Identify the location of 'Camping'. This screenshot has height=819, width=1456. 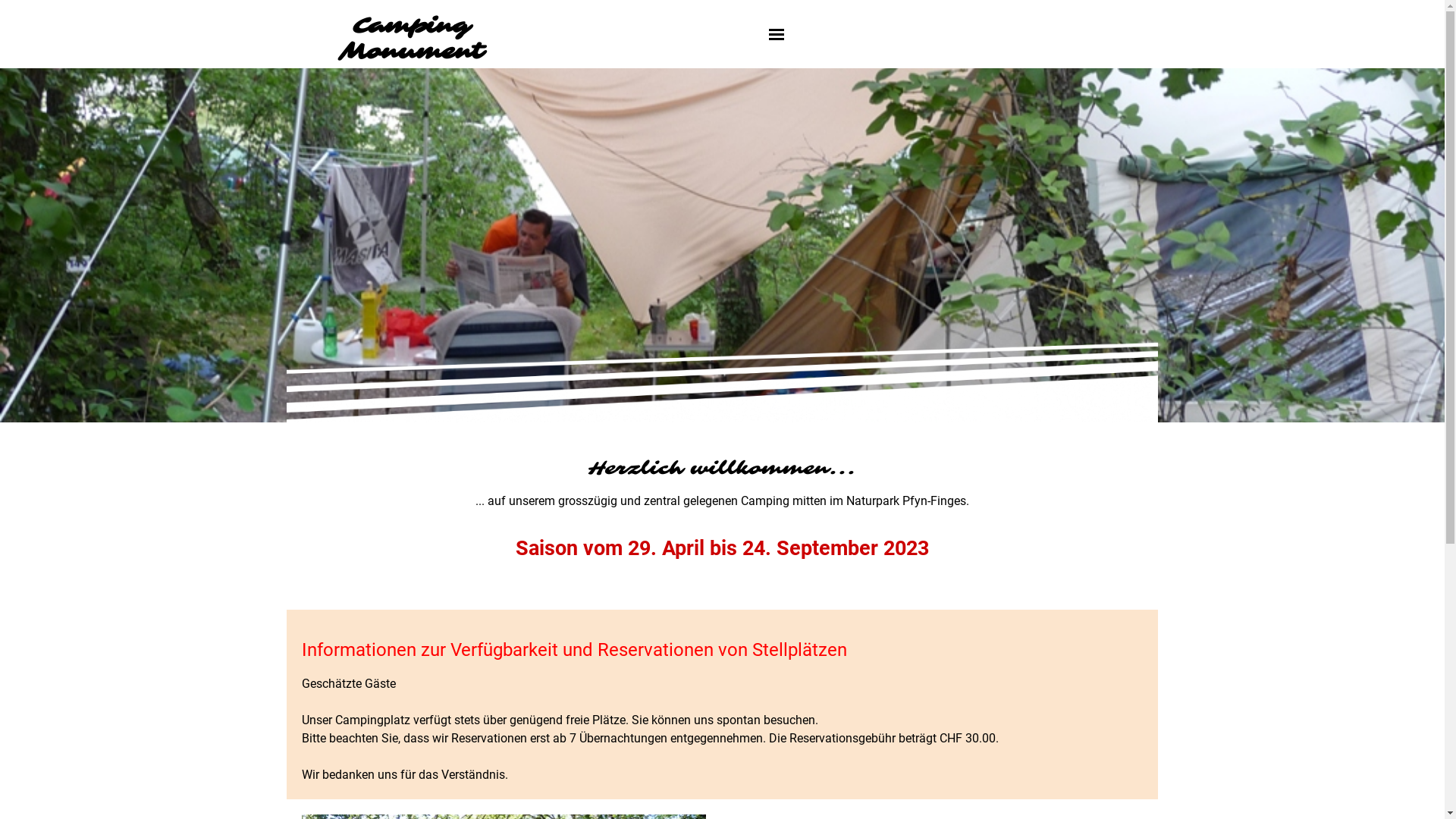
(351, 26).